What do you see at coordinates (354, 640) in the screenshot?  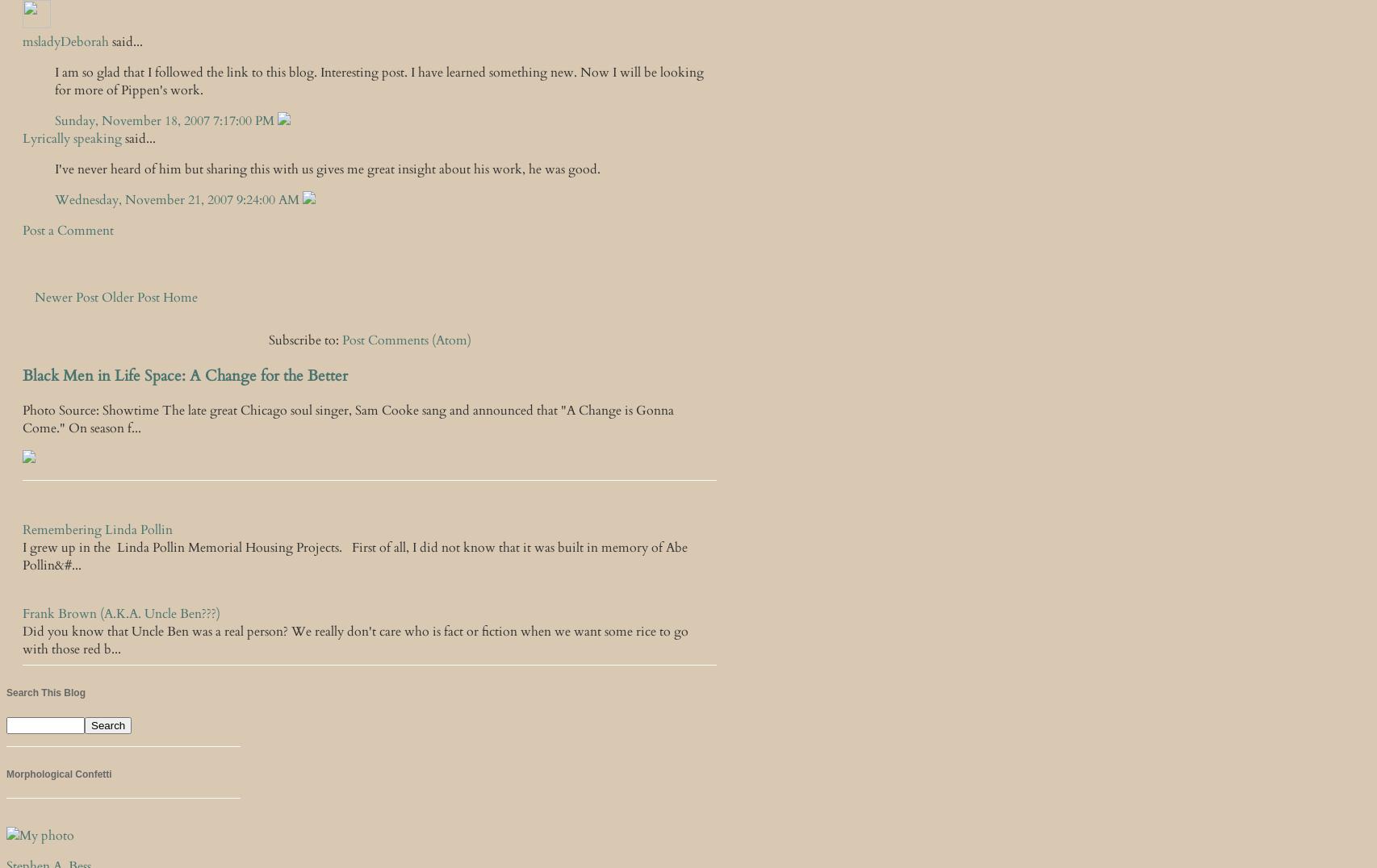 I see `'Did you know that Uncle Ben was a real person? We really don't care who is fact or fiction when we want some rice to go with those red b...'` at bounding box center [354, 640].